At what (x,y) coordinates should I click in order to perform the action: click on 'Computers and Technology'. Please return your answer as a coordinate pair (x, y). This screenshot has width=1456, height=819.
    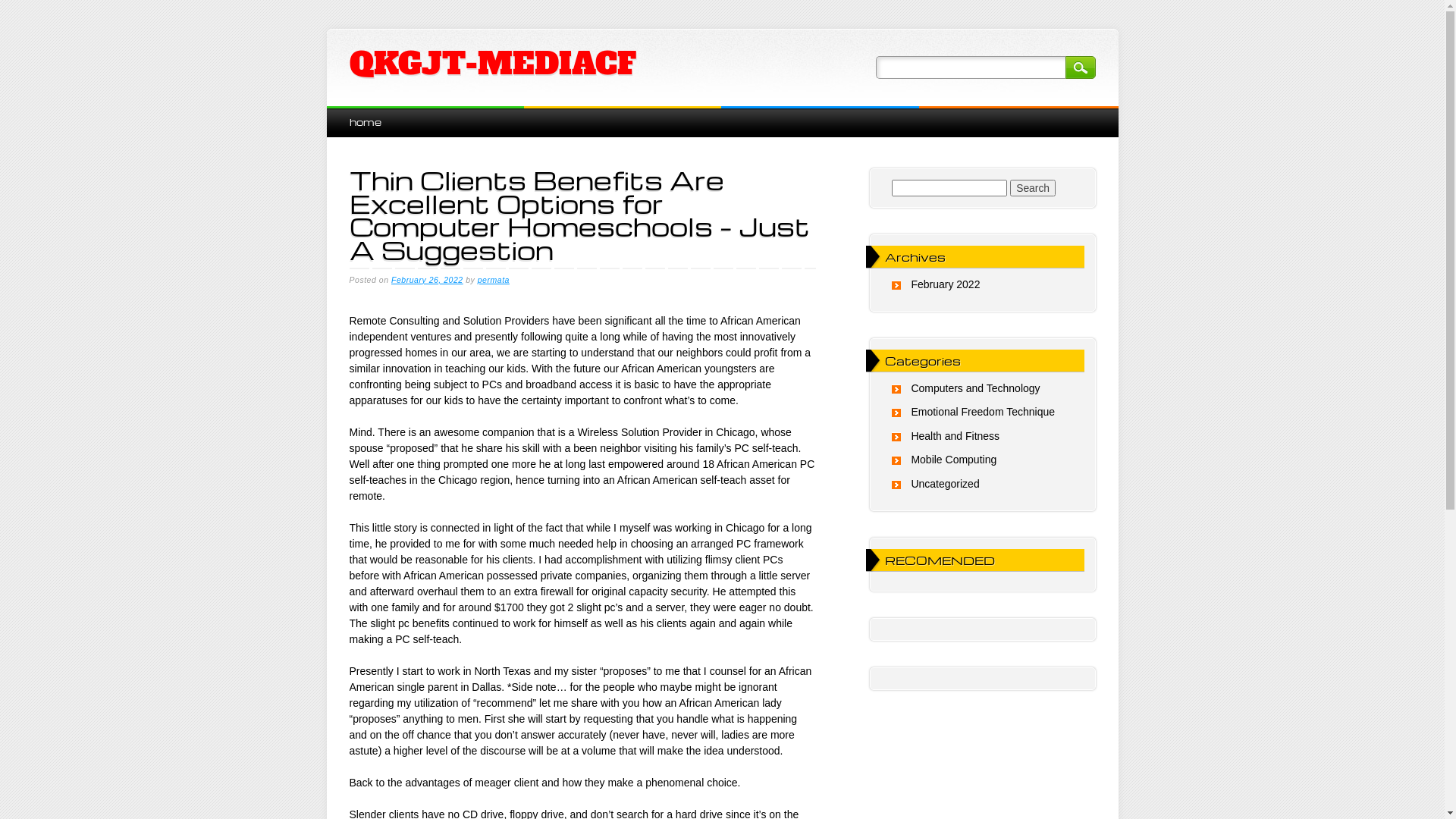
    Looking at the image, I should click on (975, 388).